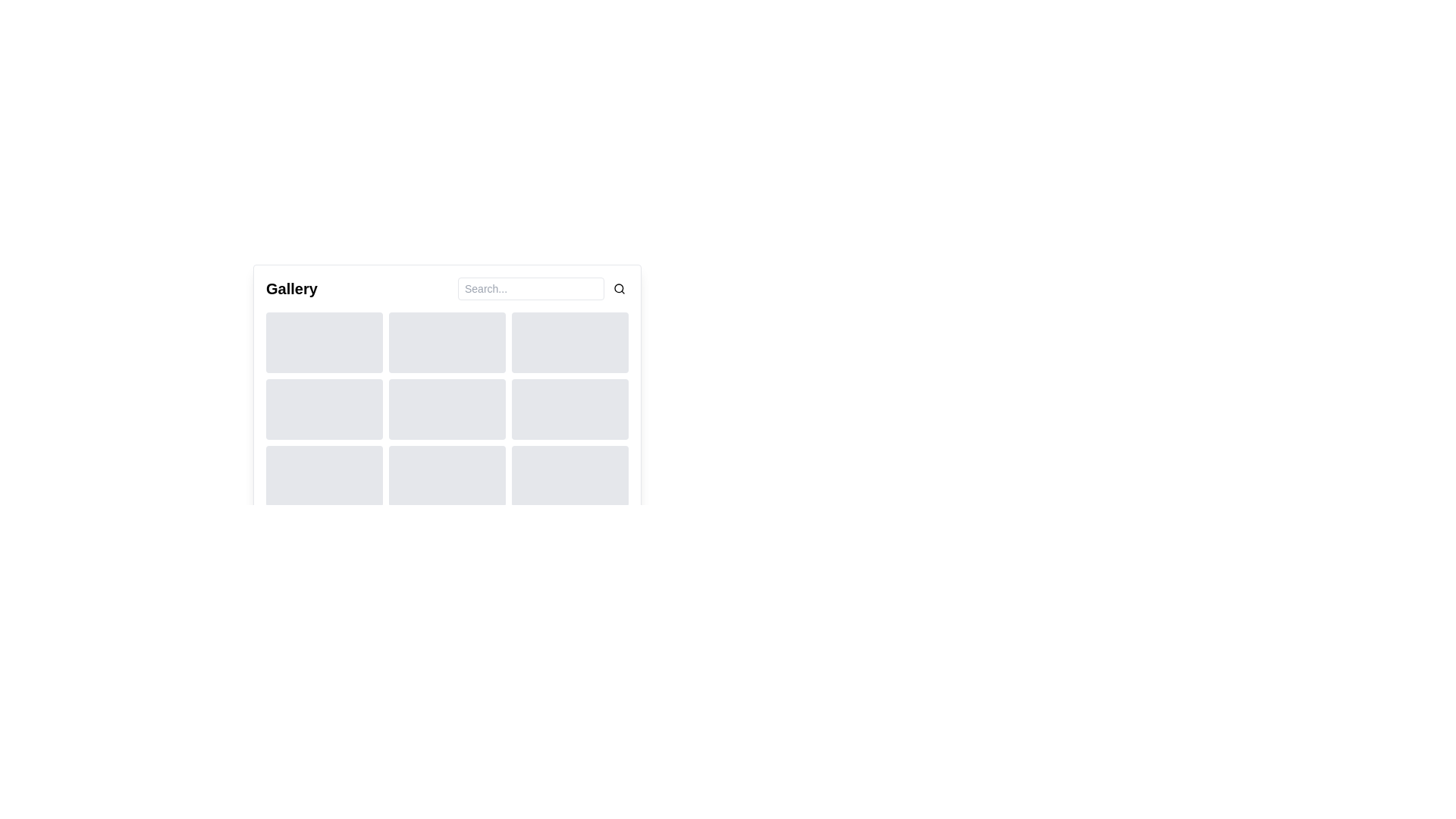  I want to click on the Placeholder box, which is a light gray rectangular area with rounded corners located at the bottom-right of a 3x3 grid, so click(570, 475).